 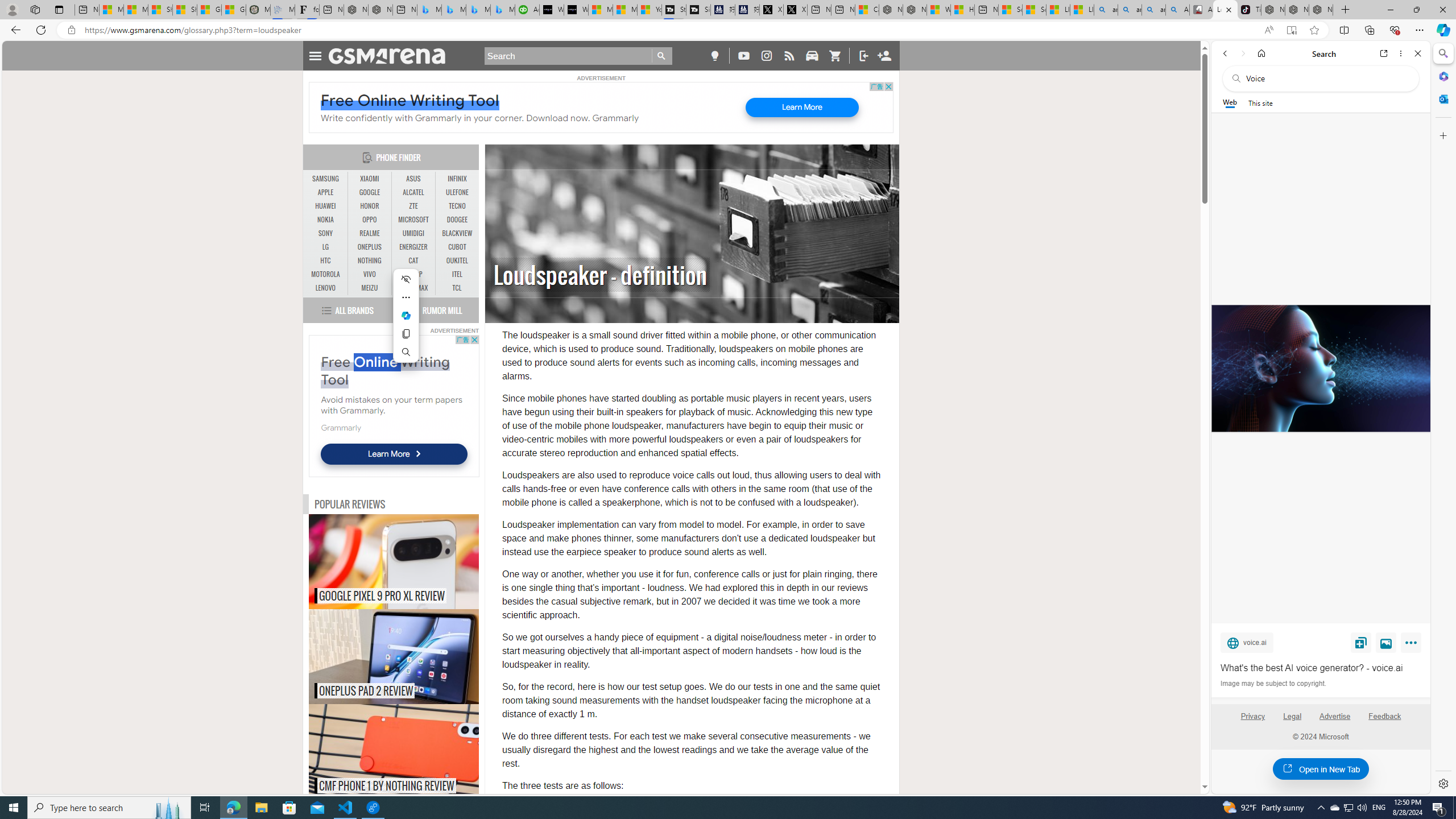 What do you see at coordinates (369, 179) in the screenshot?
I see `'XIAOMI'` at bounding box center [369, 179].